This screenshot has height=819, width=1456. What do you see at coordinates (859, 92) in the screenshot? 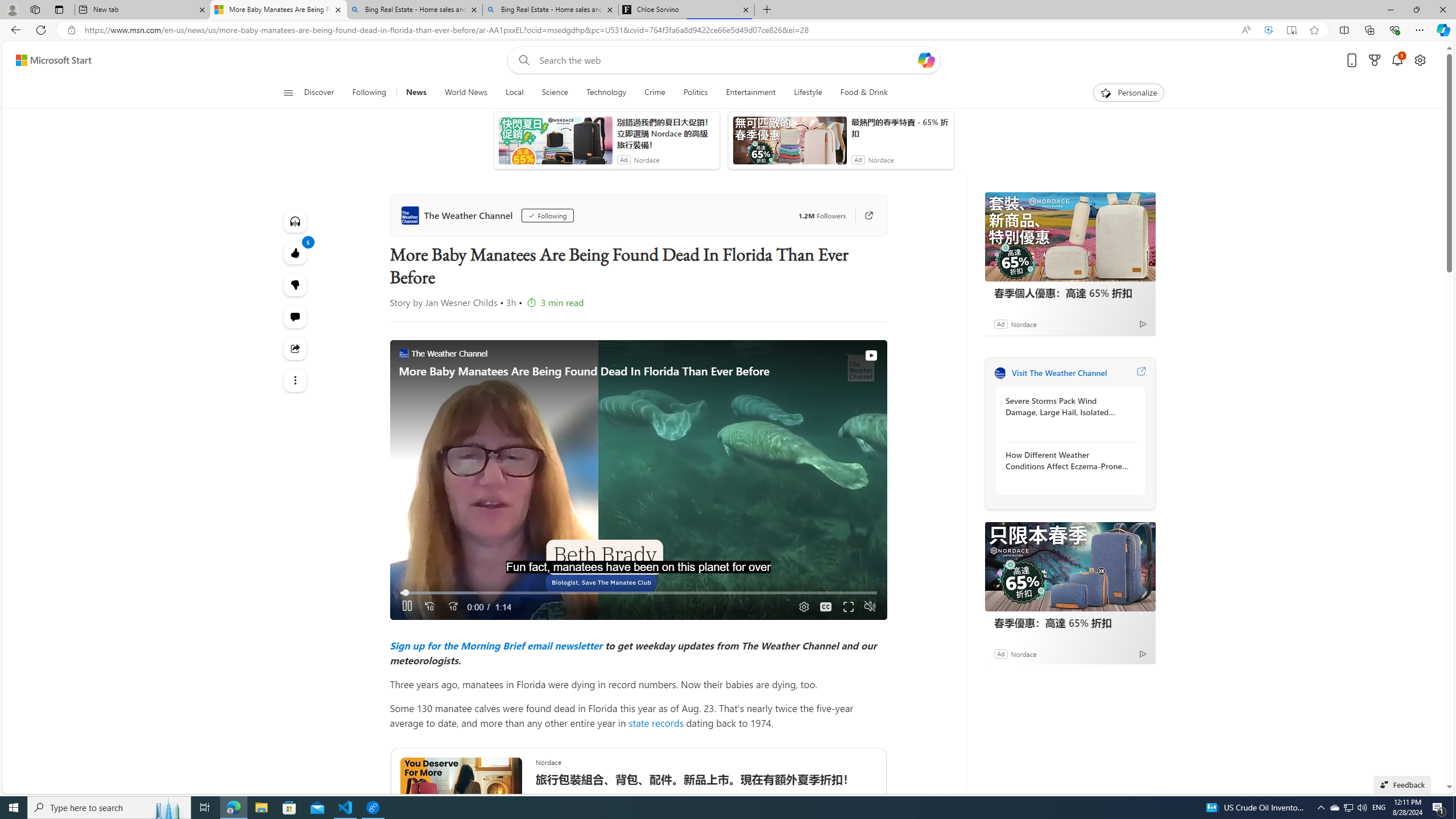
I see `'Food & Drink'` at bounding box center [859, 92].